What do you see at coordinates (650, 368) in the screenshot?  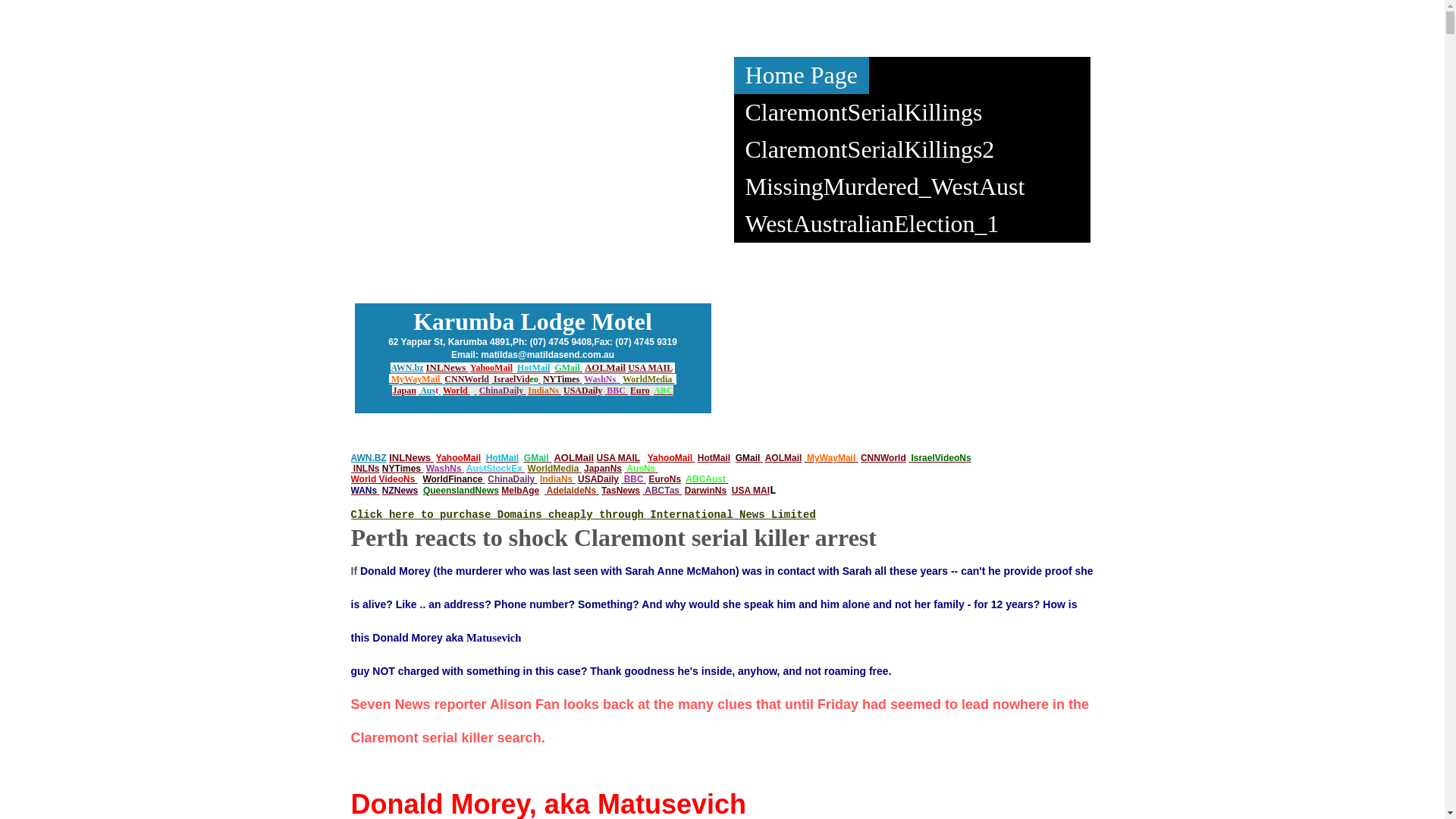 I see `'USA MAIL'` at bounding box center [650, 368].